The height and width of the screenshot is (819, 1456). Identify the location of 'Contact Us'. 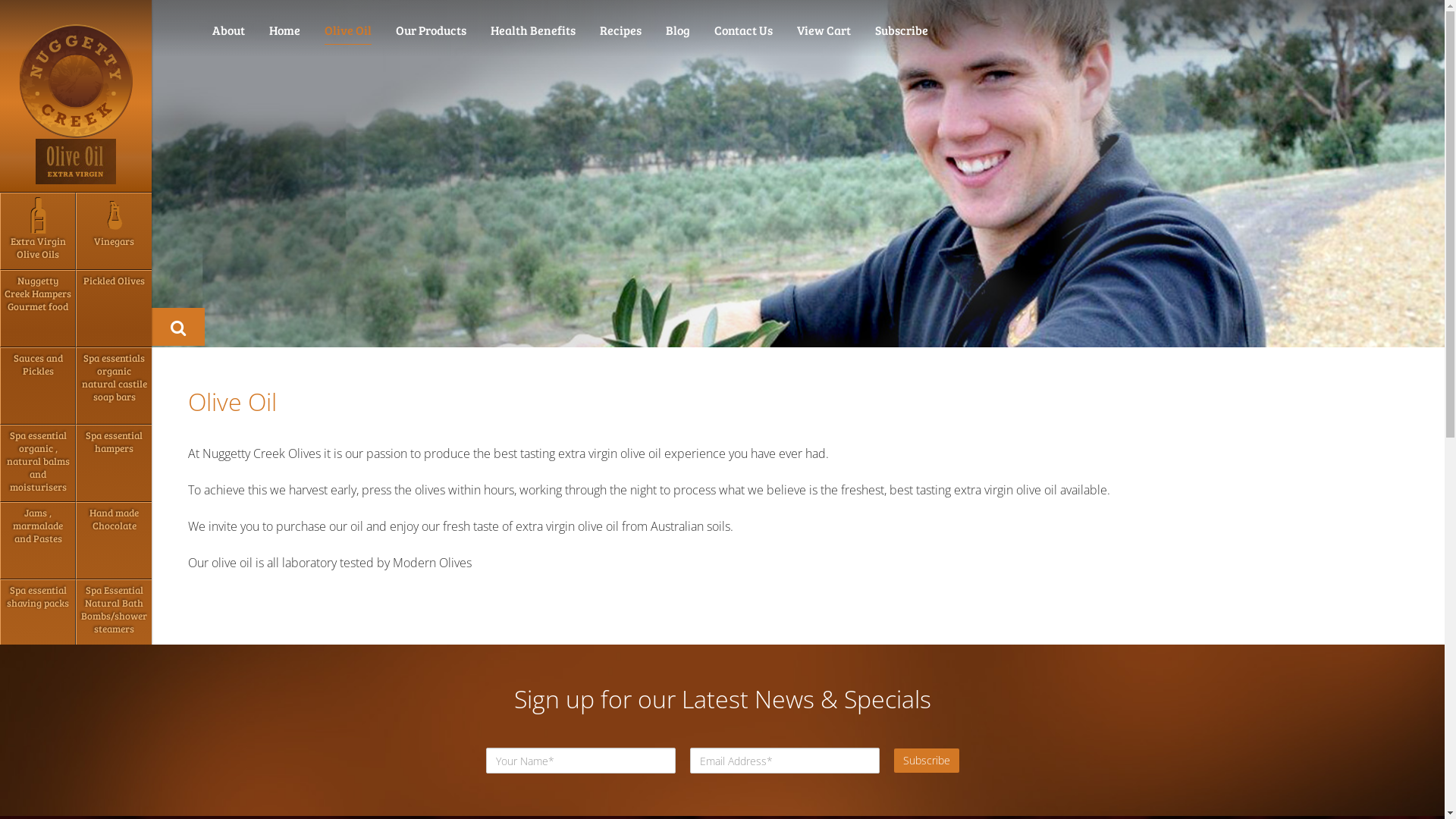
(743, 30).